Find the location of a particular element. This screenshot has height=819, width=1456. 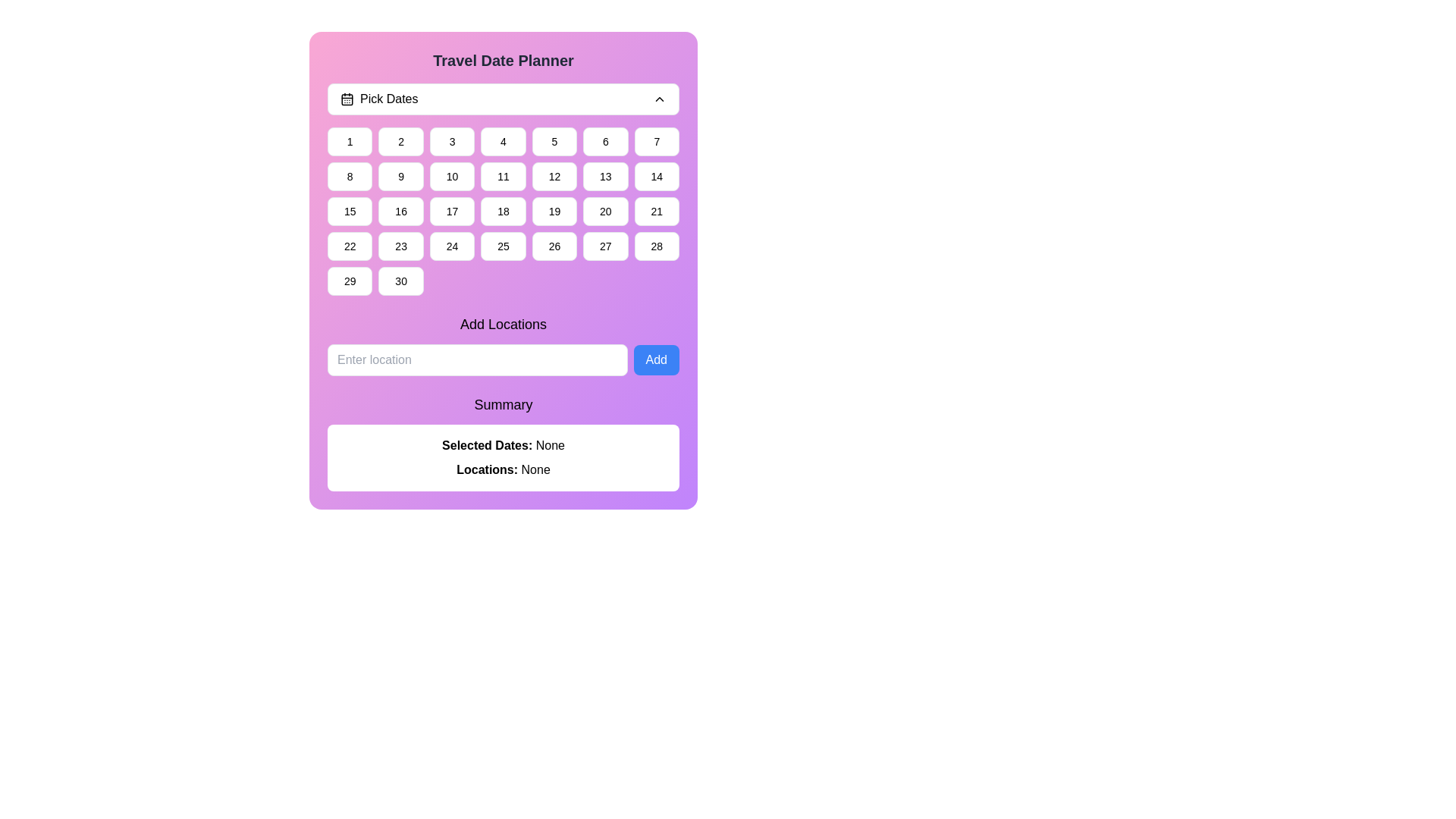

the square-shaped button labeled '7' with a white background and black text is located at coordinates (657, 141).